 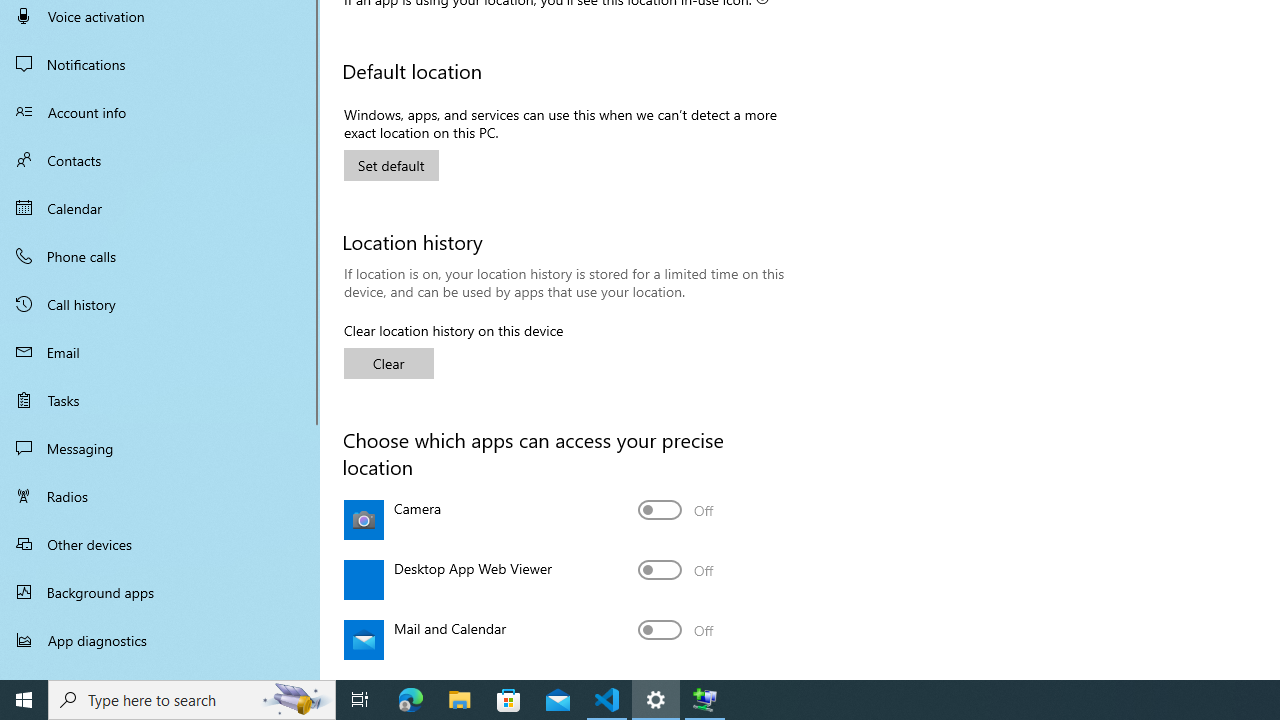 I want to click on 'Phone calls', so click(x=160, y=254).